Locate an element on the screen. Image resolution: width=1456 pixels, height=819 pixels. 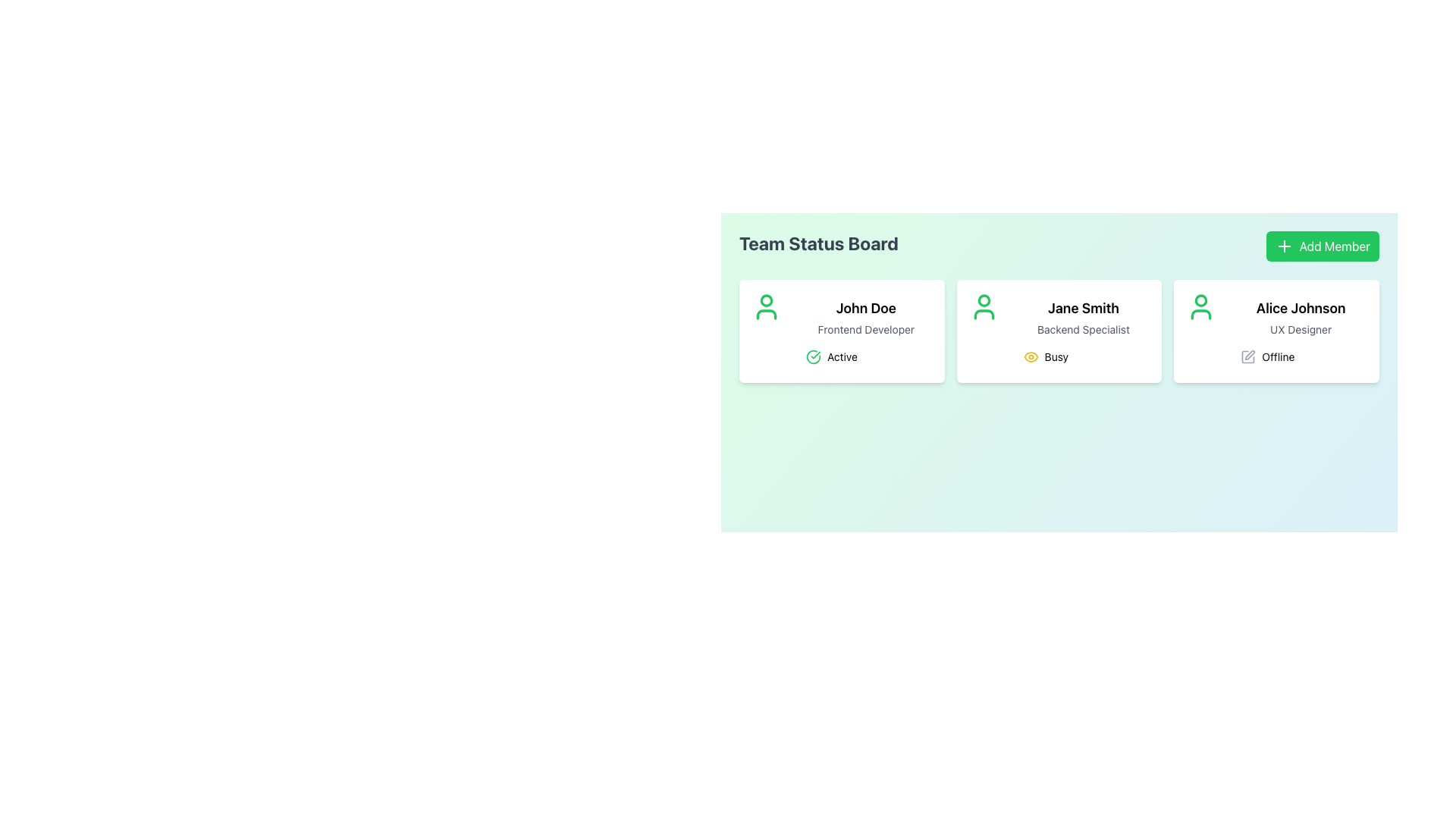
the name on the Profile Card located at the last position in the horizontally arranged list of cards to get more details is located at coordinates (1300, 330).